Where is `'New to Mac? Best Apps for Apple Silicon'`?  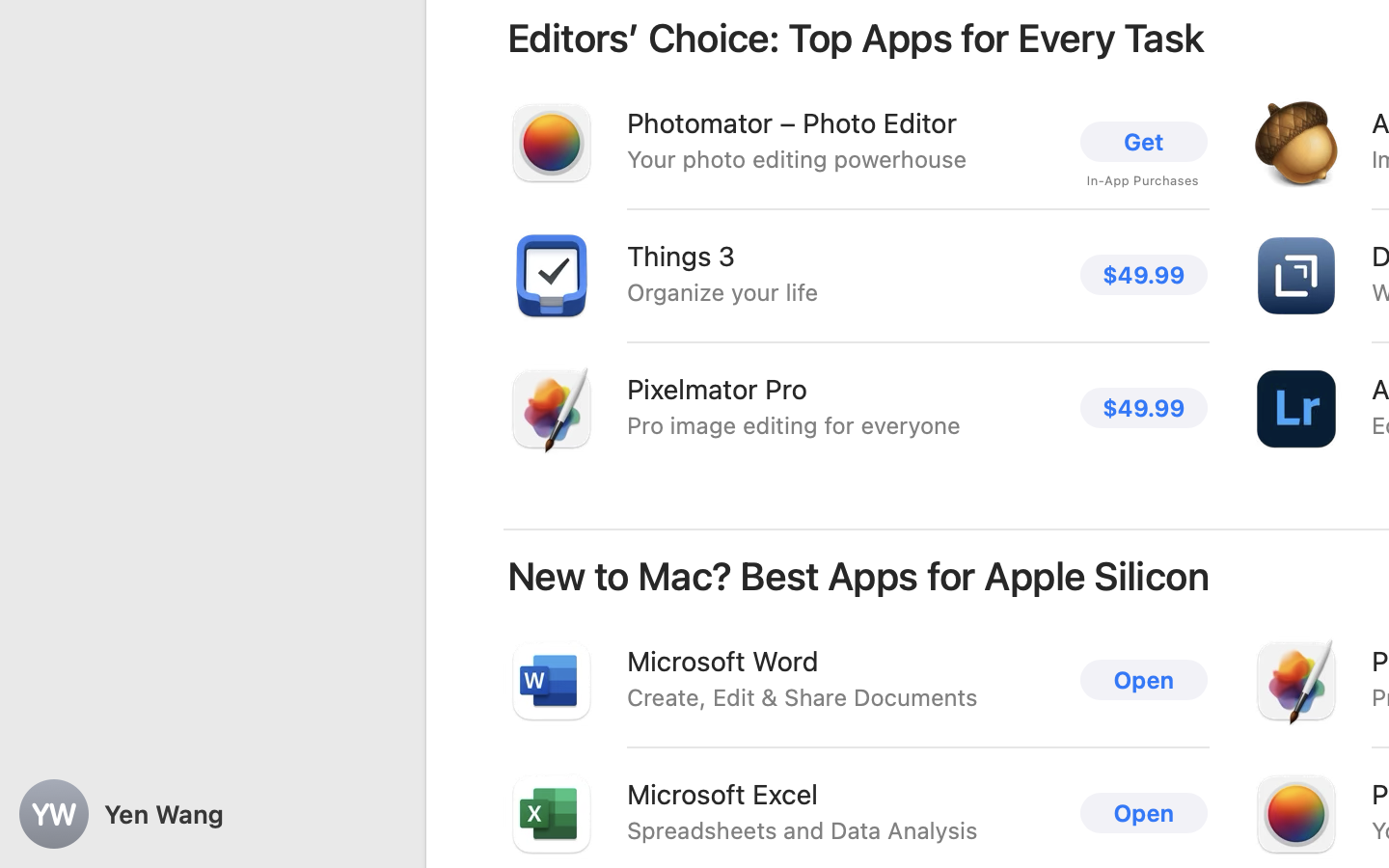
'New to Mac? Best Apps for Apple Silicon' is located at coordinates (858, 576).